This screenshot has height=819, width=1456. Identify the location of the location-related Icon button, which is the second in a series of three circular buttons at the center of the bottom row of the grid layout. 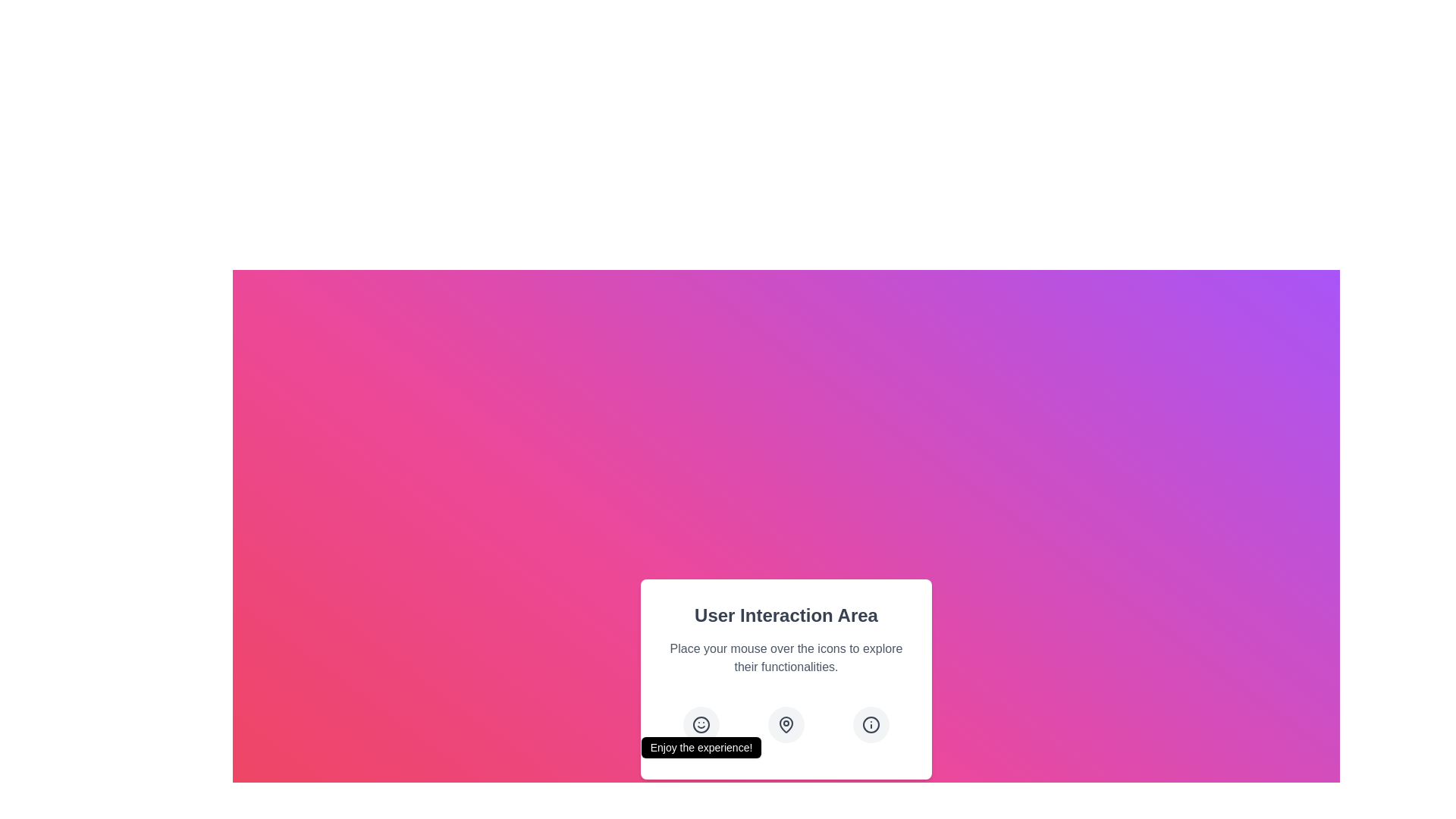
(786, 724).